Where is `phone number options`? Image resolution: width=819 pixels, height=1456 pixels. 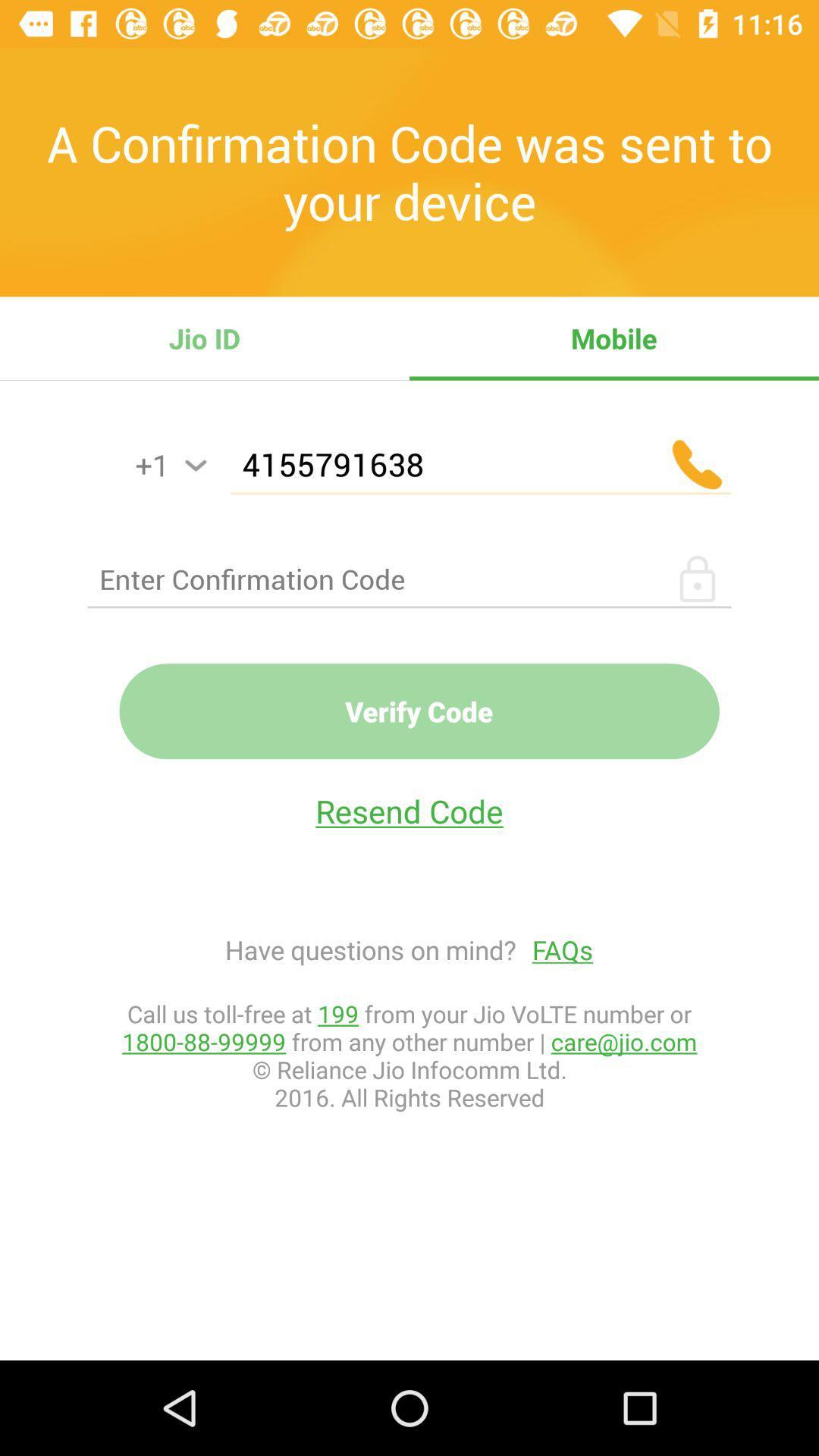 phone number options is located at coordinates (195, 465).